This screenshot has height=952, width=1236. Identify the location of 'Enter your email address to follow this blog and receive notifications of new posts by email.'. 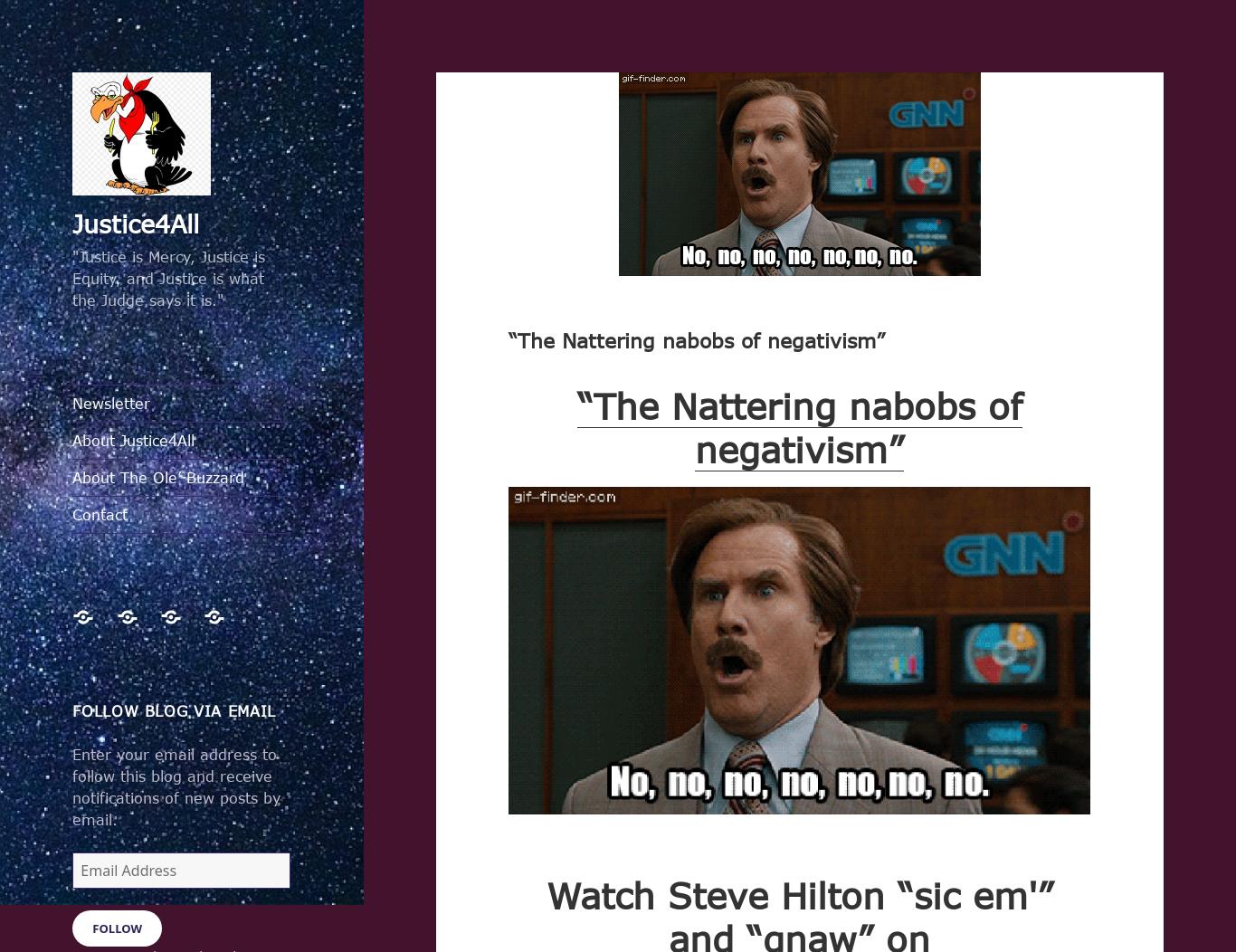
(72, 785).